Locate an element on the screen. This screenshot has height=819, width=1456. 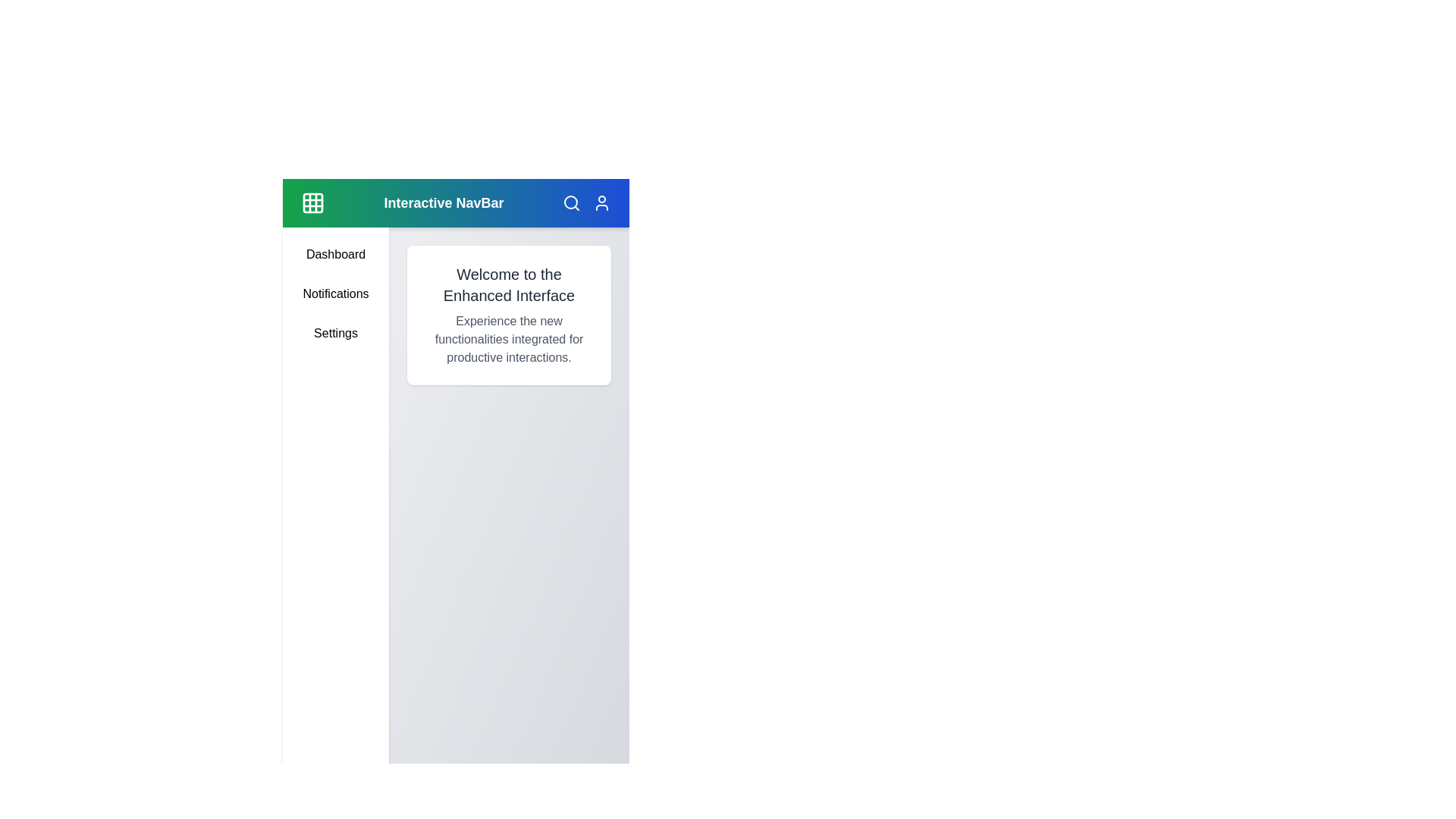
the search icon to initiate a search is located at coordinates (570, 202).